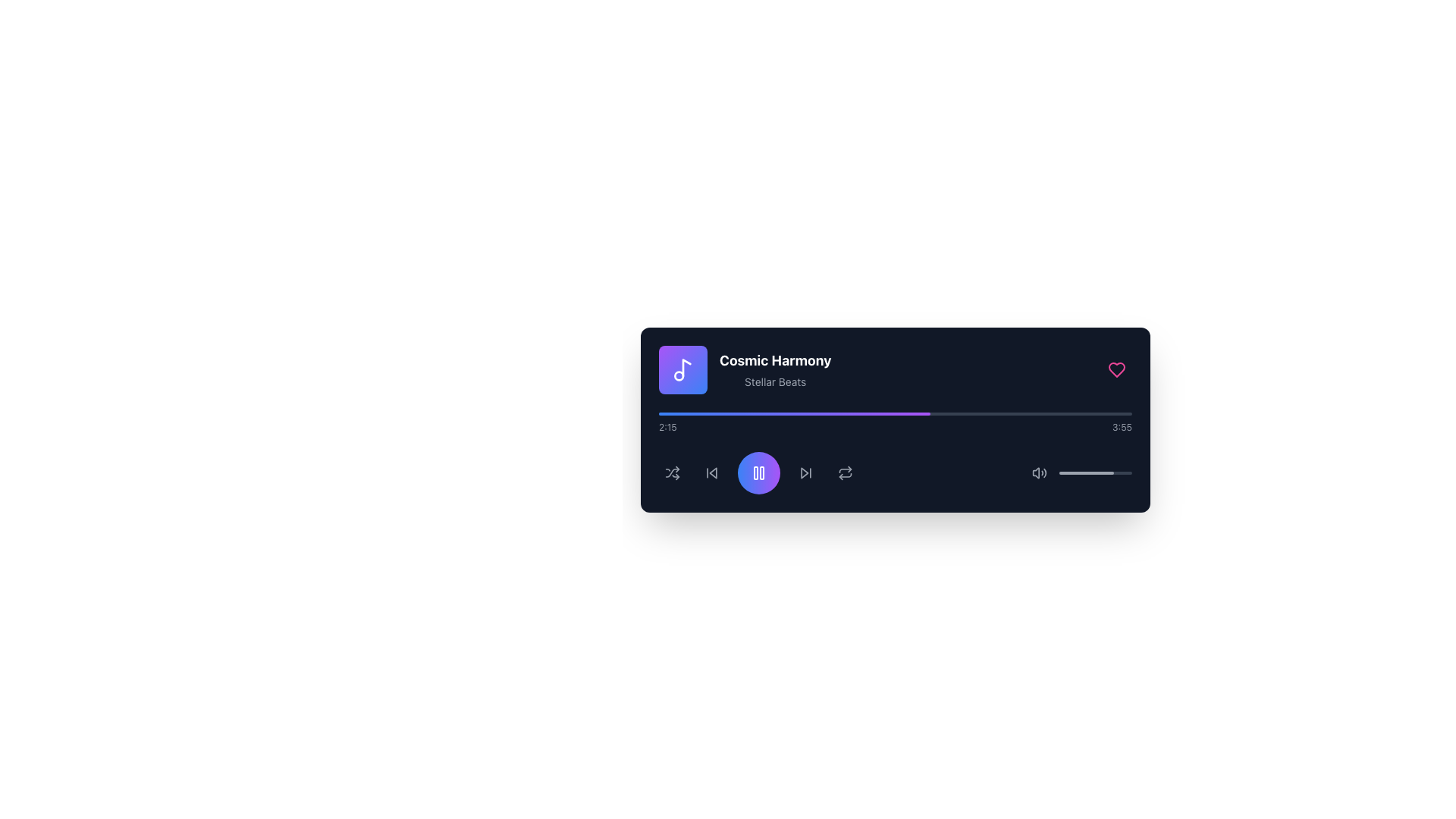 The image size is (1456, 819). What do you see at coordinates (775, 381) in the screenshot?
I see `the text label that displays 'Stellar Beats', which is styled in a small, light gray font and located underneath the 'Cosmic Harmony' label in the media control interface` at bounding box center [775, 381].